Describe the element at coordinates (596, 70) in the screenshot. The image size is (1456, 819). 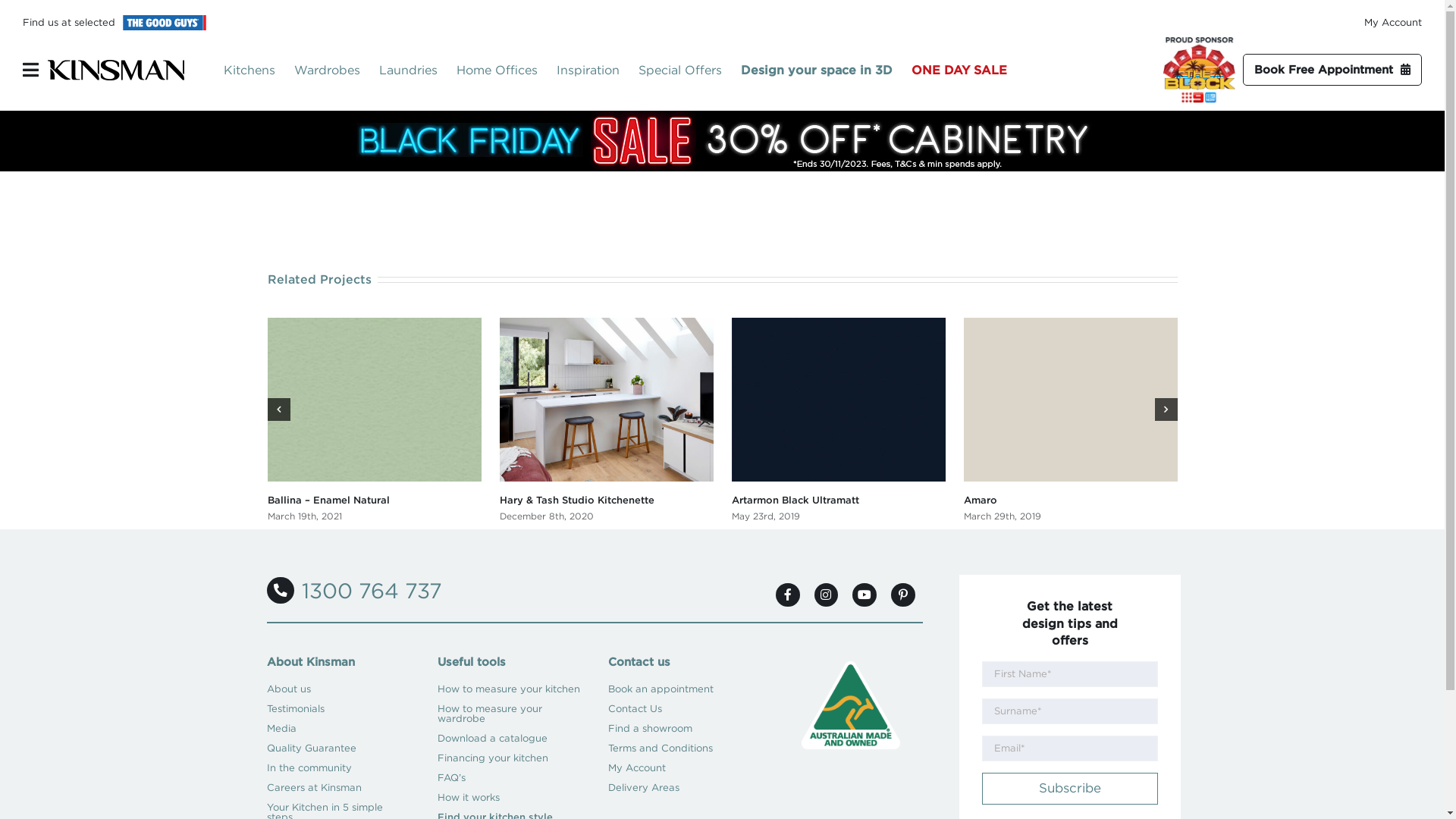
I see `'Inspiration'` at that location.